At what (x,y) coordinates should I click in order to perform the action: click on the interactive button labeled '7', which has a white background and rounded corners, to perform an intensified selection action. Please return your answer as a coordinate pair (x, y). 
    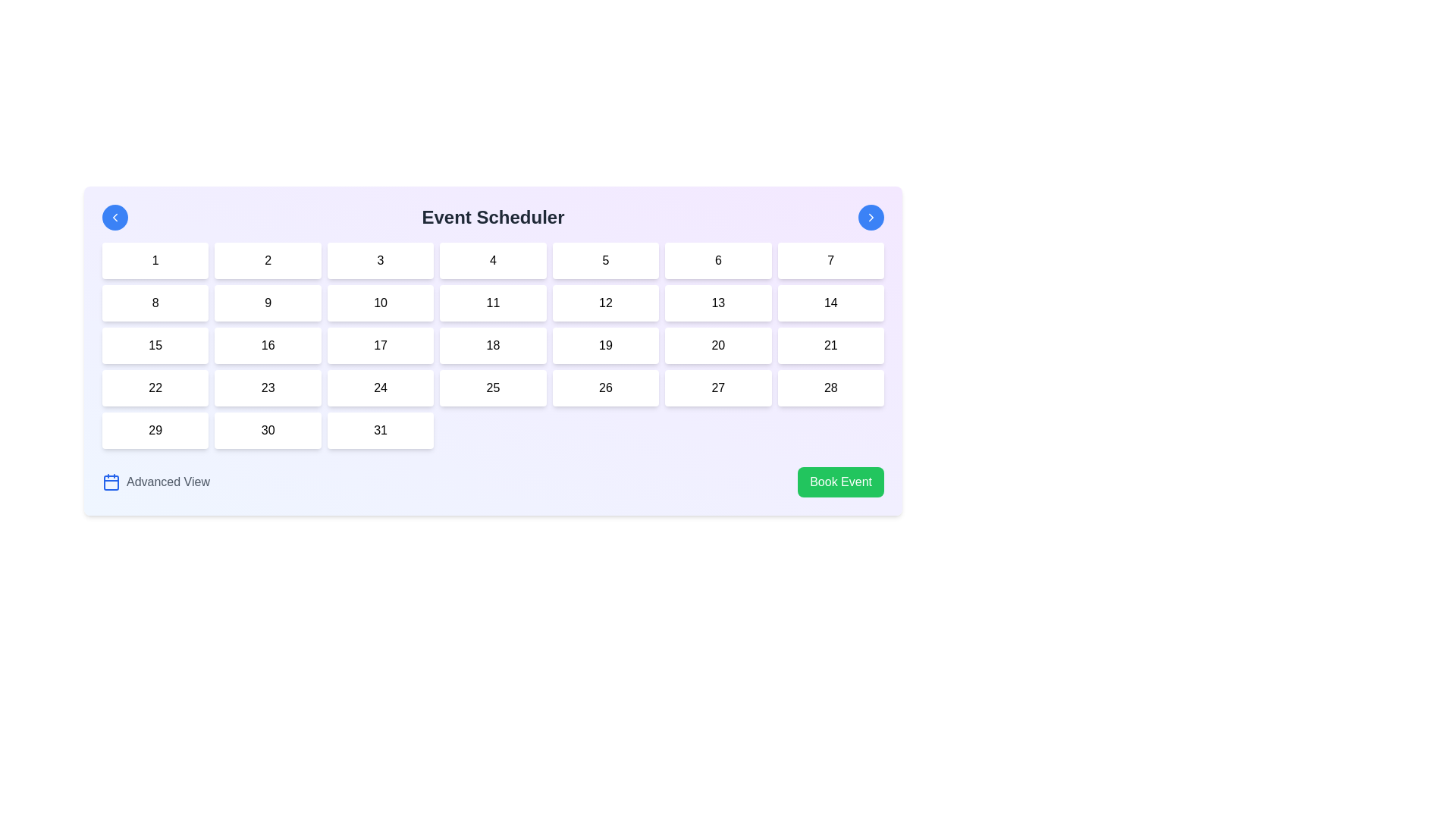
    Looking at the image, I should click on (830, 259).